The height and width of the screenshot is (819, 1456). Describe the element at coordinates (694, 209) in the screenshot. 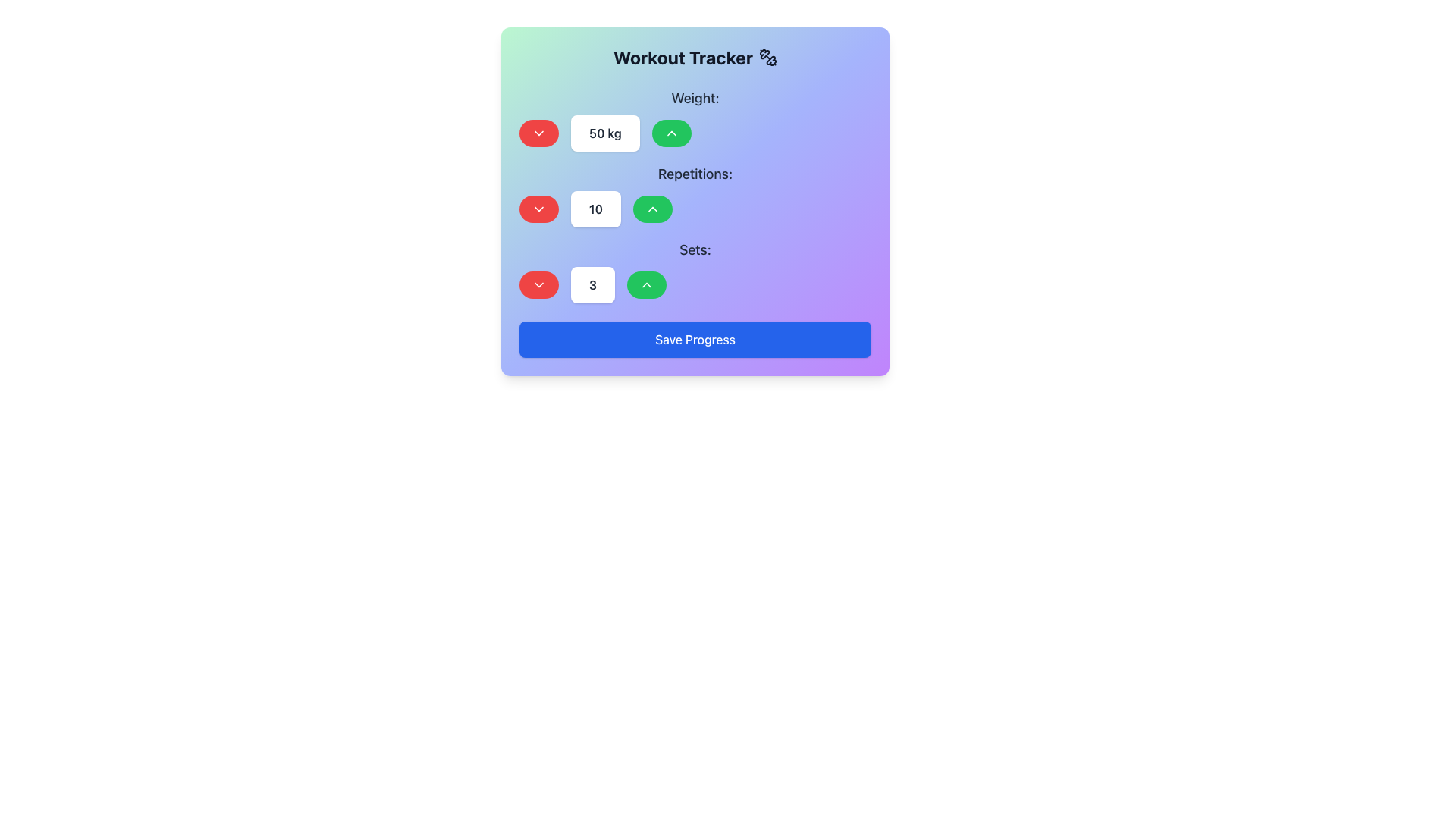

I see `the Display element for numeric representation that shows the value '10', which is centrally located in the 'Repetitions:' section, flanked by red and green buttons` at that location.